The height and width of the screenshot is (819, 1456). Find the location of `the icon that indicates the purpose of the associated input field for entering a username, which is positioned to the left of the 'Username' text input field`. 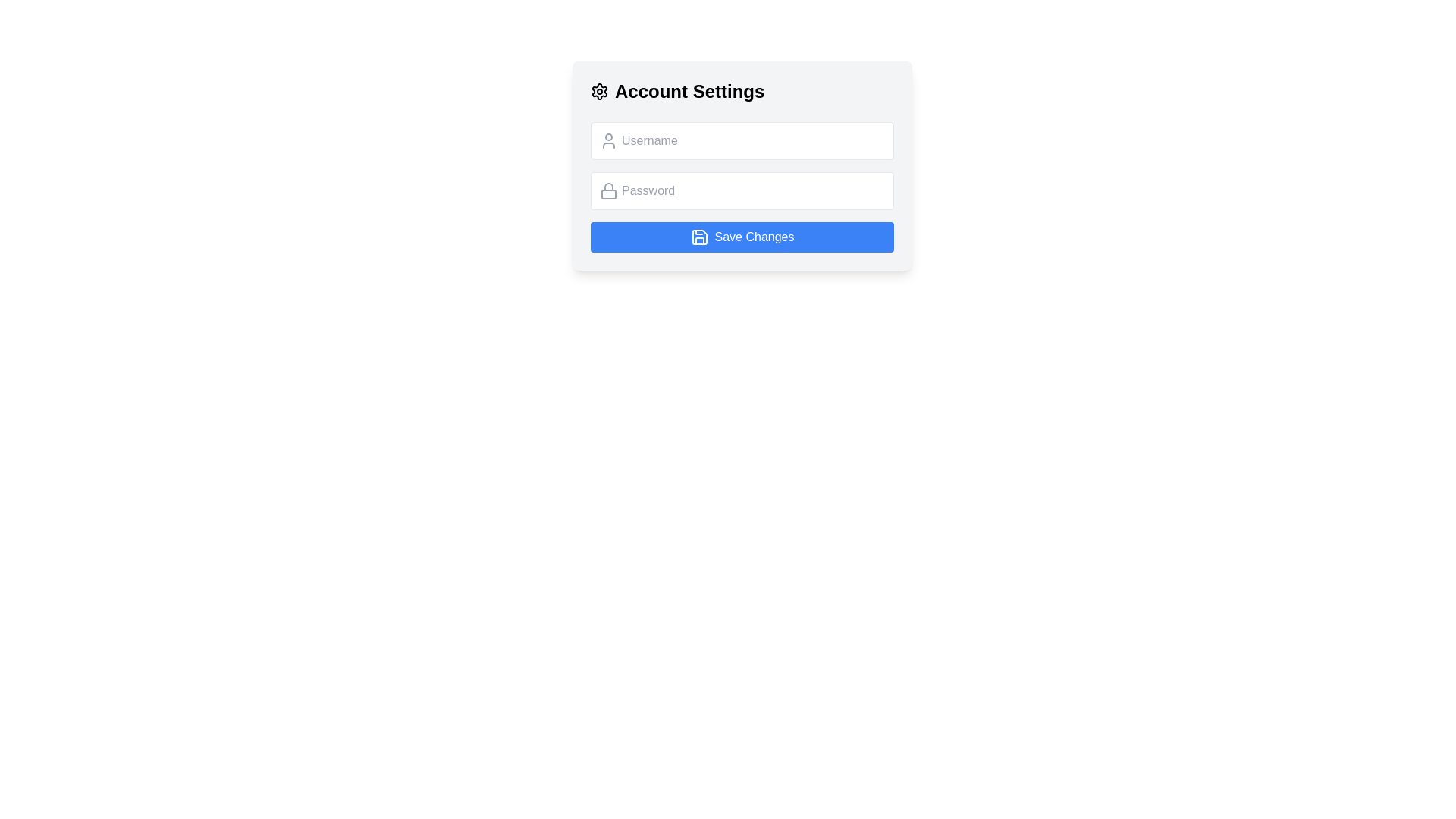

the icon that indicates the purpose of the associated input field for entering a username, which is positioned to the left of the 'Username' text input field is located at coordinates (608, 140).